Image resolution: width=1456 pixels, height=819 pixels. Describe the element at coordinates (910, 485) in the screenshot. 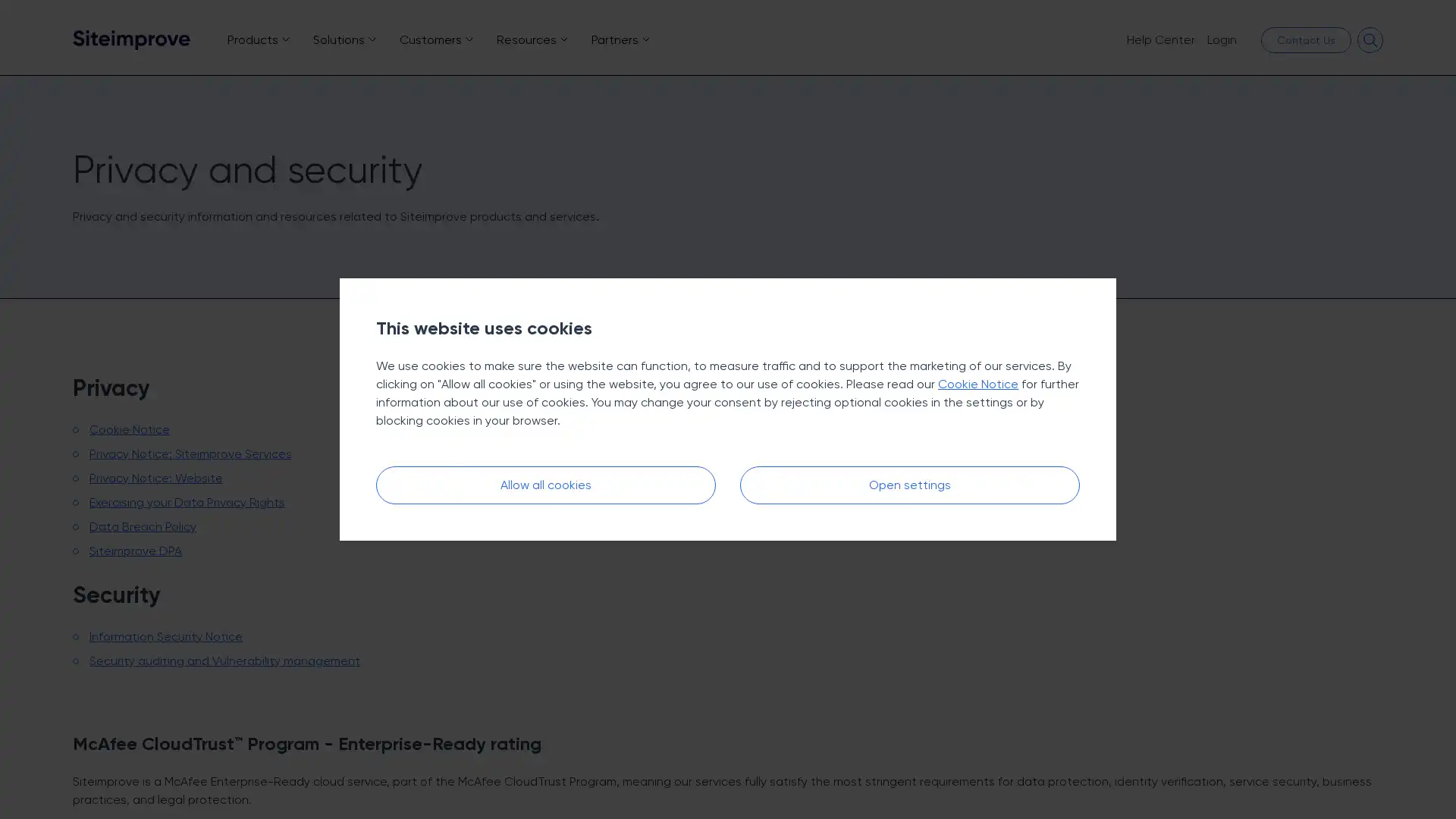

I see `Open settings` at that location.